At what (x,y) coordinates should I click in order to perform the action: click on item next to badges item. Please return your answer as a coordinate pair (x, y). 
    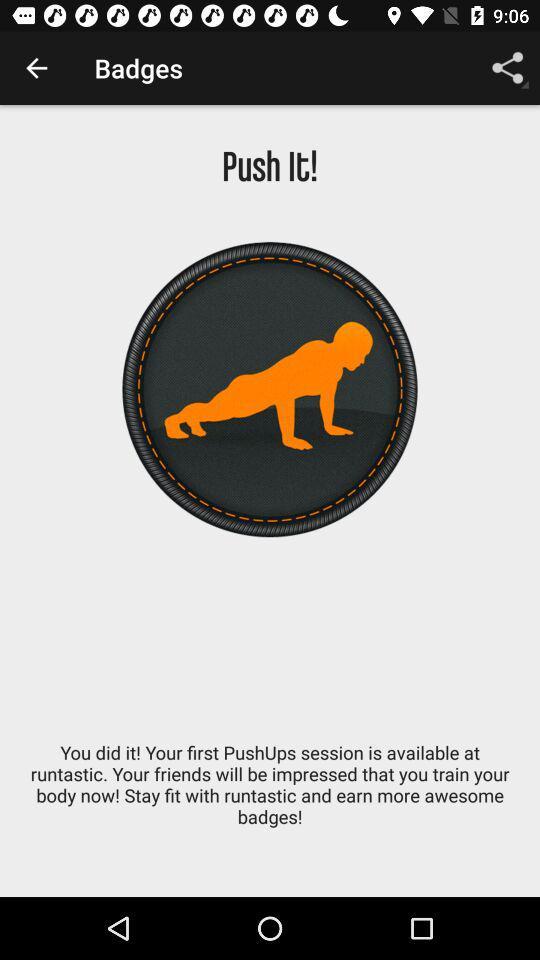
    Looking at the image, I should click on (508, 68).